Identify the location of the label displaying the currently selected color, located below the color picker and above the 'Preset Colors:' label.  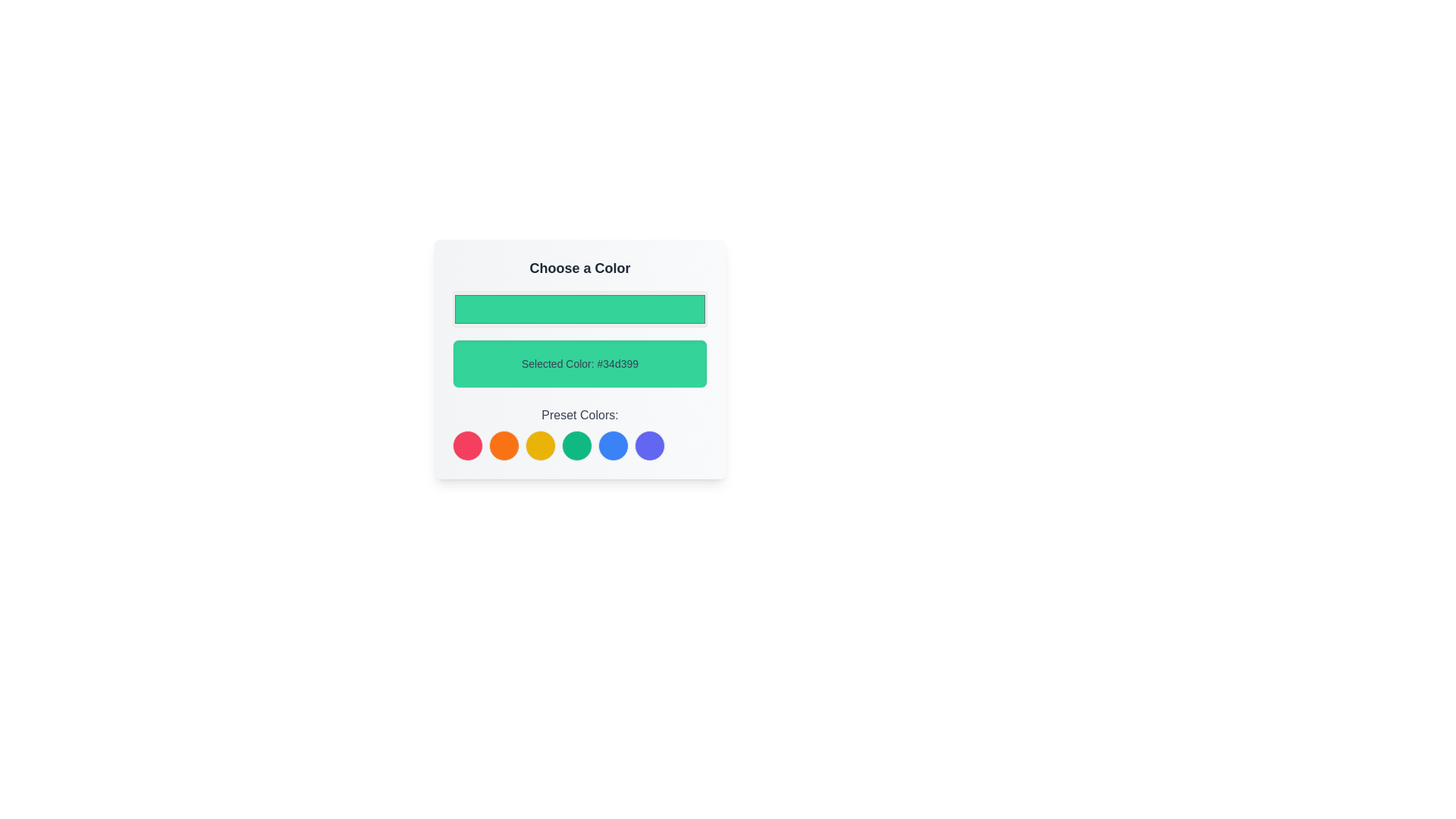
(579, 363).